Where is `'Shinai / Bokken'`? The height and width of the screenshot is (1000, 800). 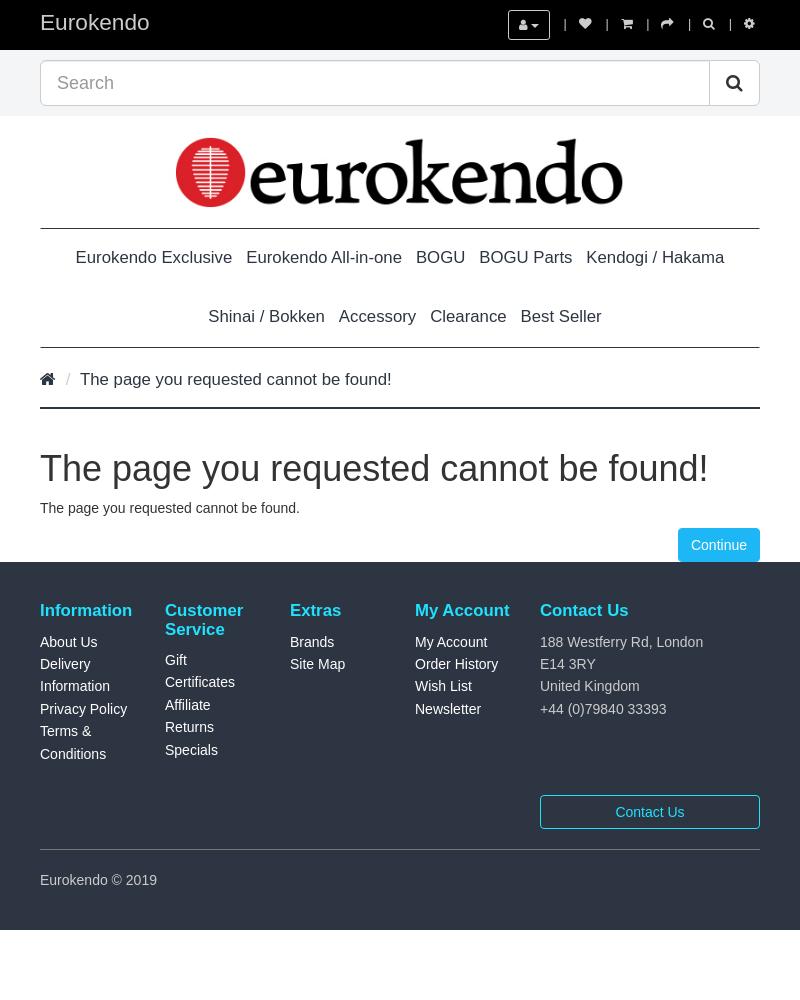 'Shinai / Bokken' is located at coordinates (265, 314).